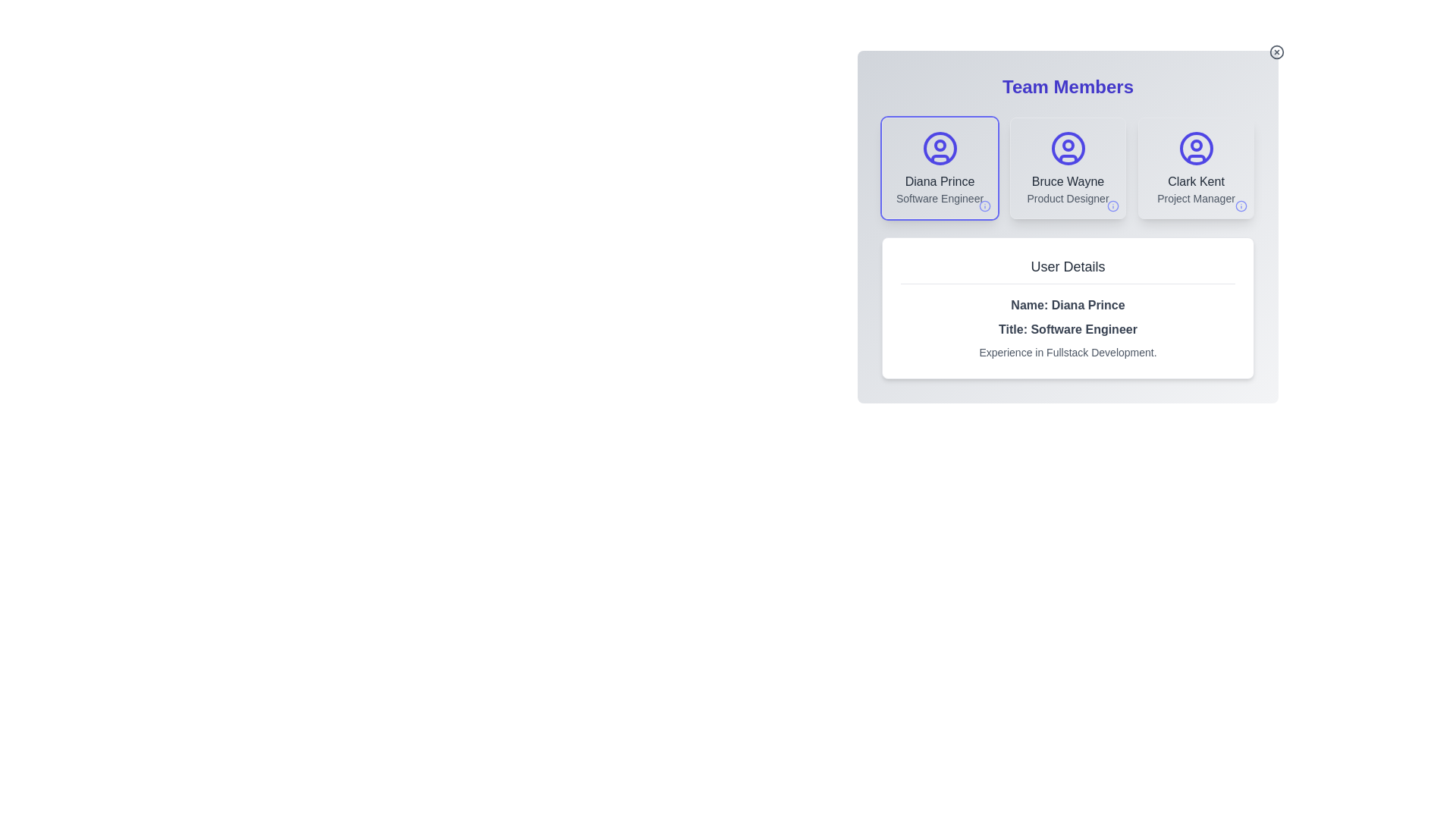  I want to click on the circular close or delete button located at the upper right corner of the User Details card, so click(1276, 52).